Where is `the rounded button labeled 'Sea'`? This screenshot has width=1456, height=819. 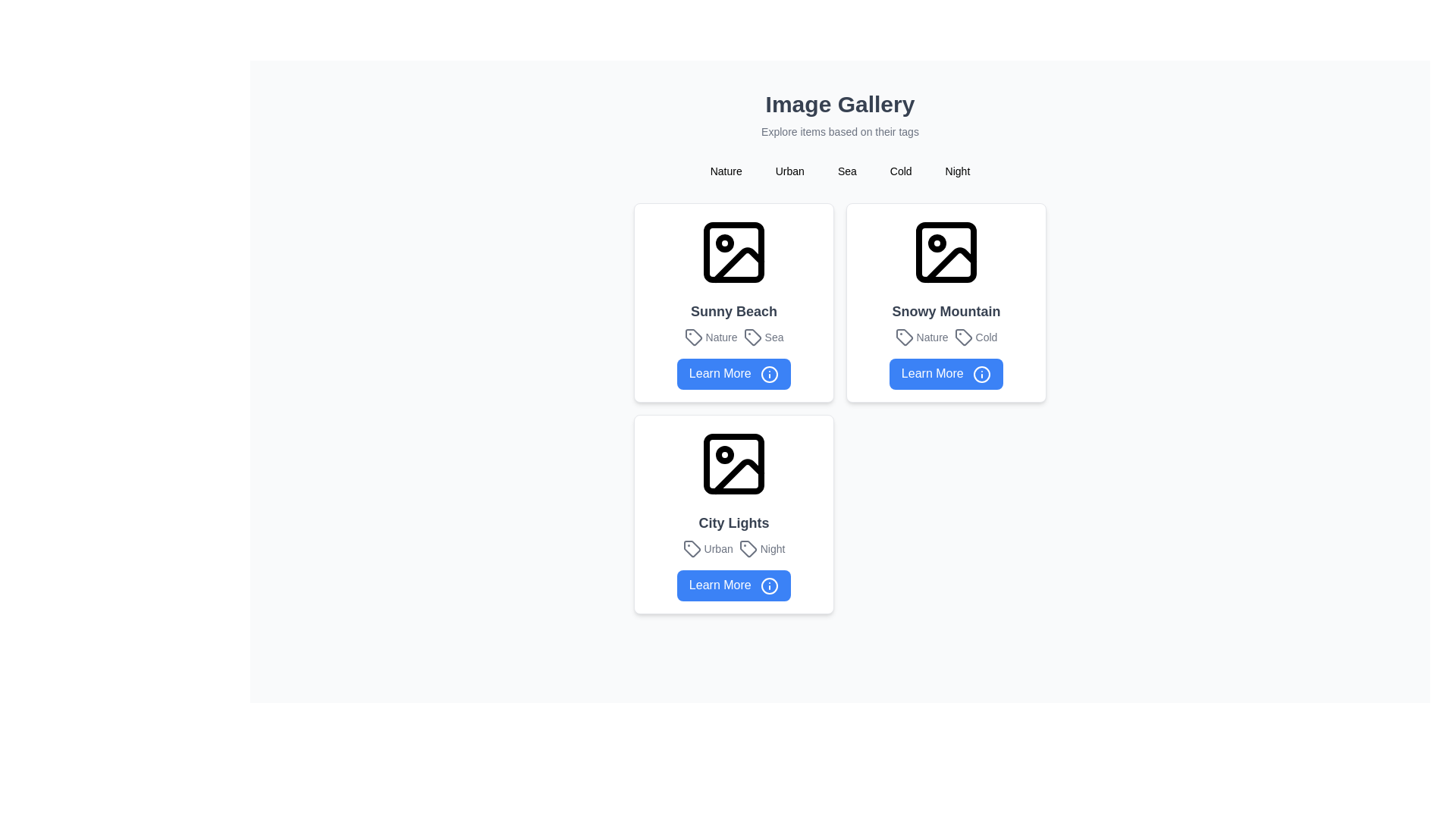 the rounded button labeled 'Sea' is located at coordinates (846, 171).